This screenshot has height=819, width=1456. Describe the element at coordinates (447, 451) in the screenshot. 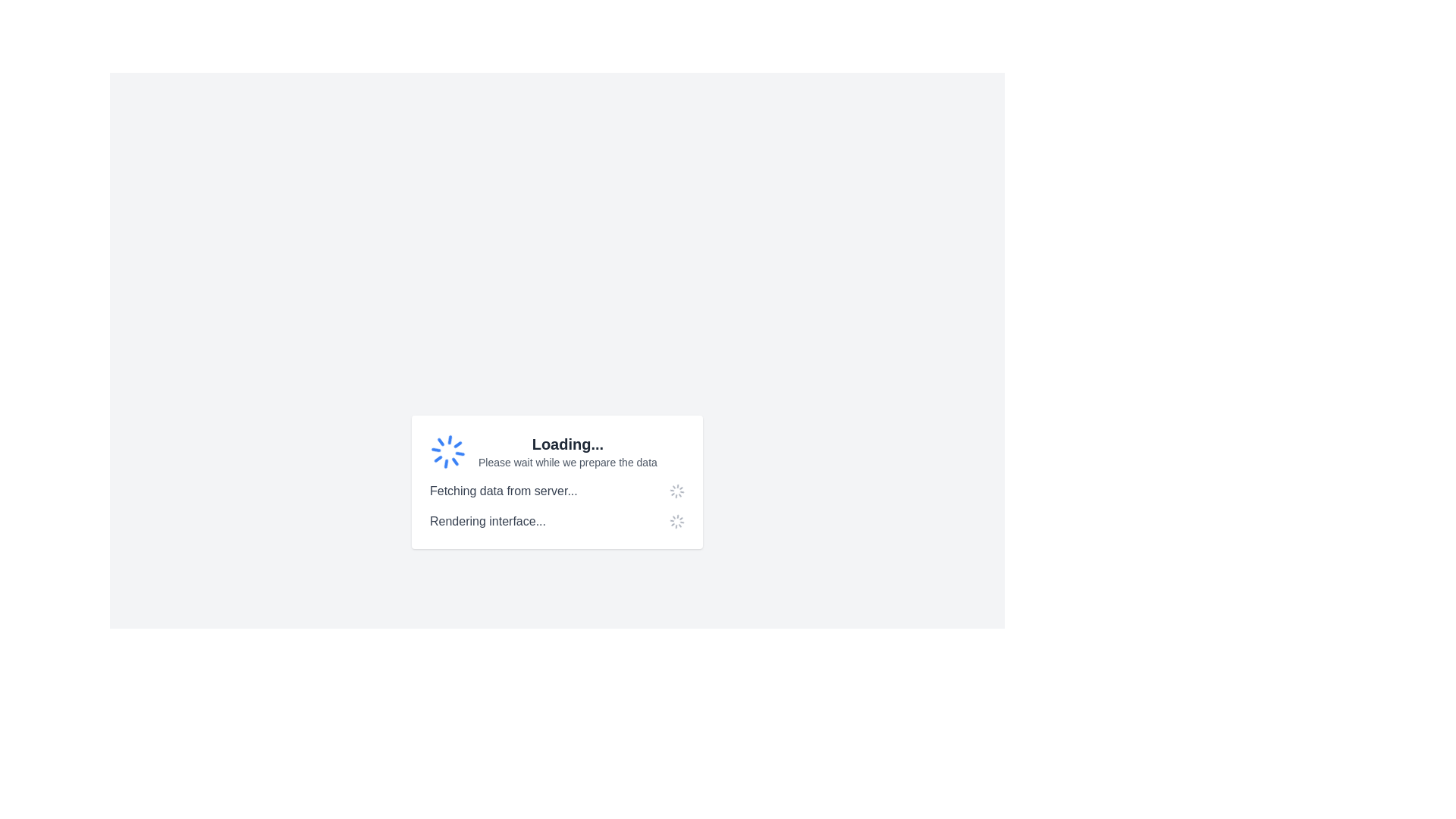

I see `the blue rotating loader spinner located to the left of the 'Loading...' and 'Please wait while we prepare the data' text block` at that location.